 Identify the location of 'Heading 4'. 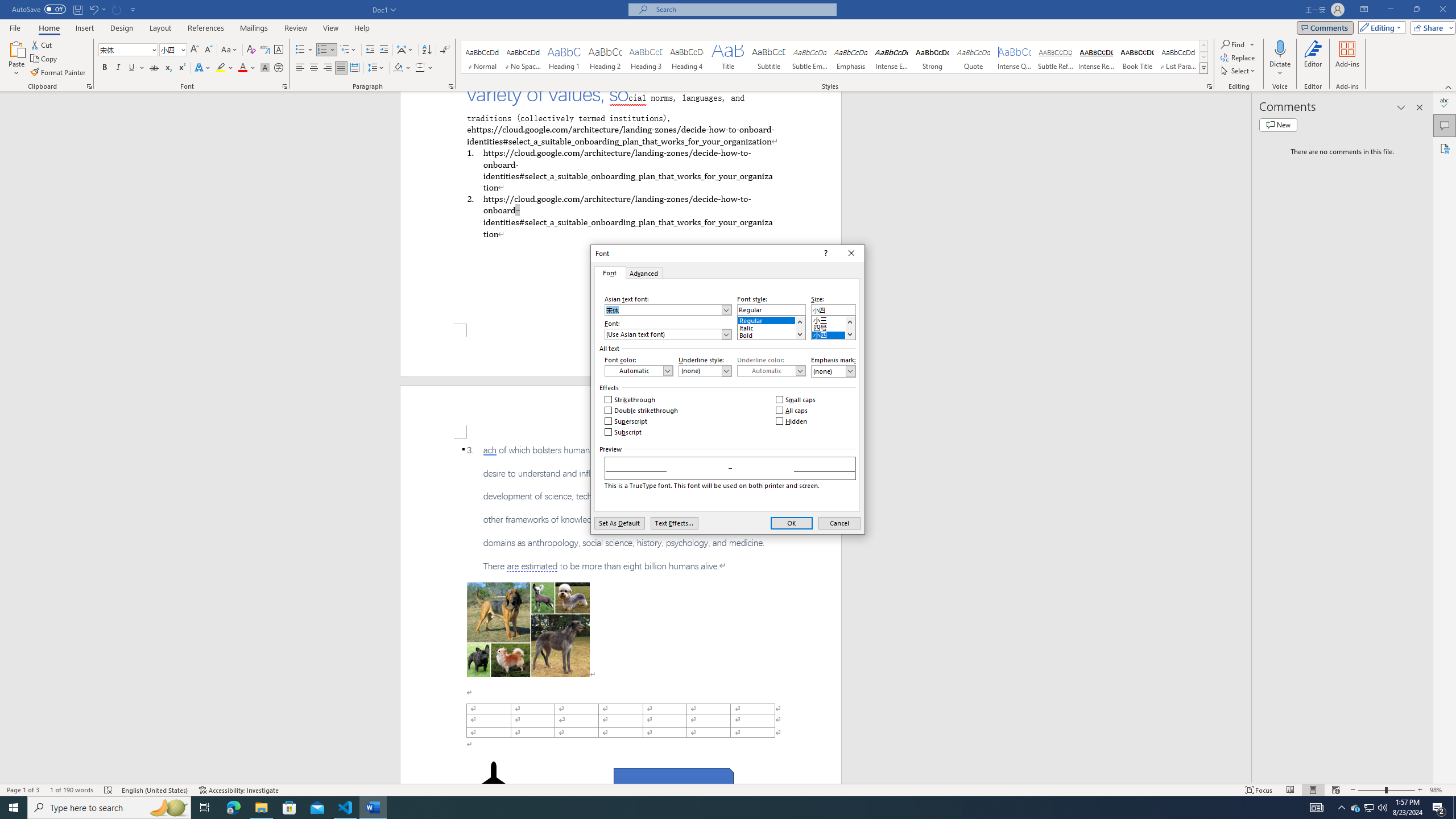
(686, 56).